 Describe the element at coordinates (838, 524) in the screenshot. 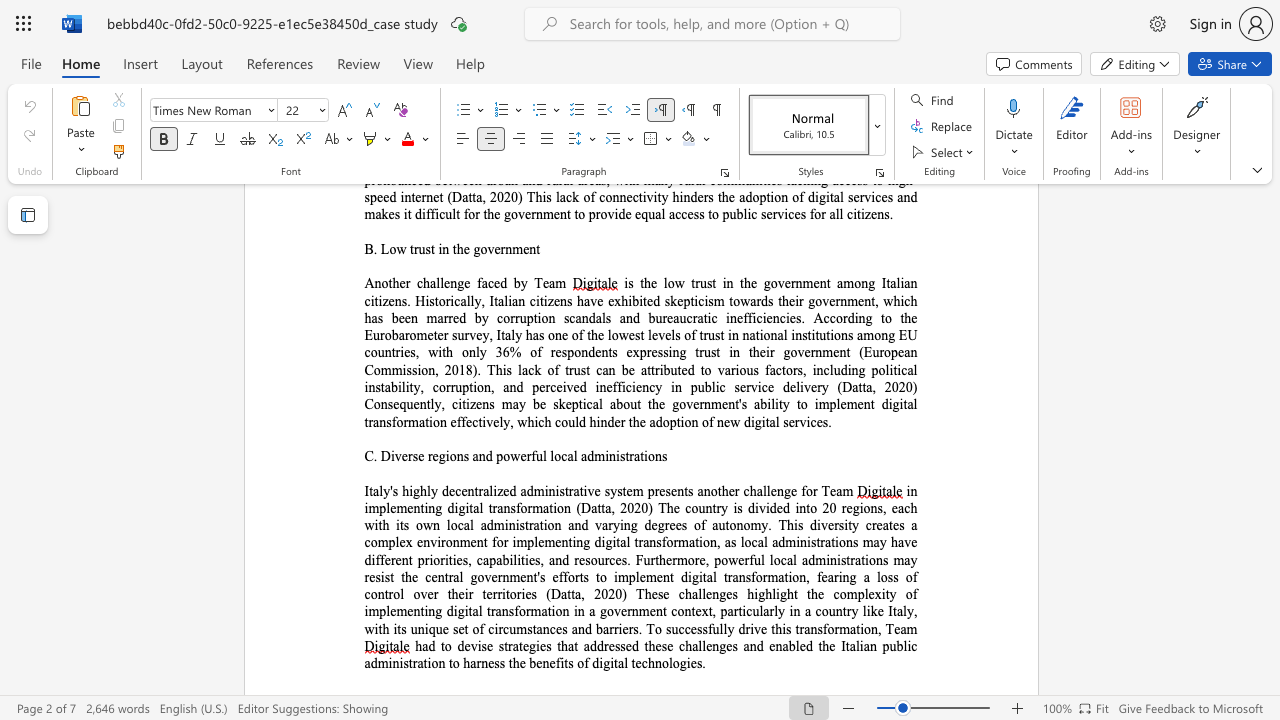

I see `the subset text "sity creates a complex environment for implementing digital transformation, as local administrations may have different priorities, capabiliti" within the text "in implementing digital transformation (Datta, 2020) The country is divided into 20 regions, each with its own local administration and varying degrees of autonomy. This diversity creates a complex environment for implementing digital transformation, as local administrations may have different priorities, capabilities, and resources. Furthermore, powerful local administrations may resist the central government"` at that location.